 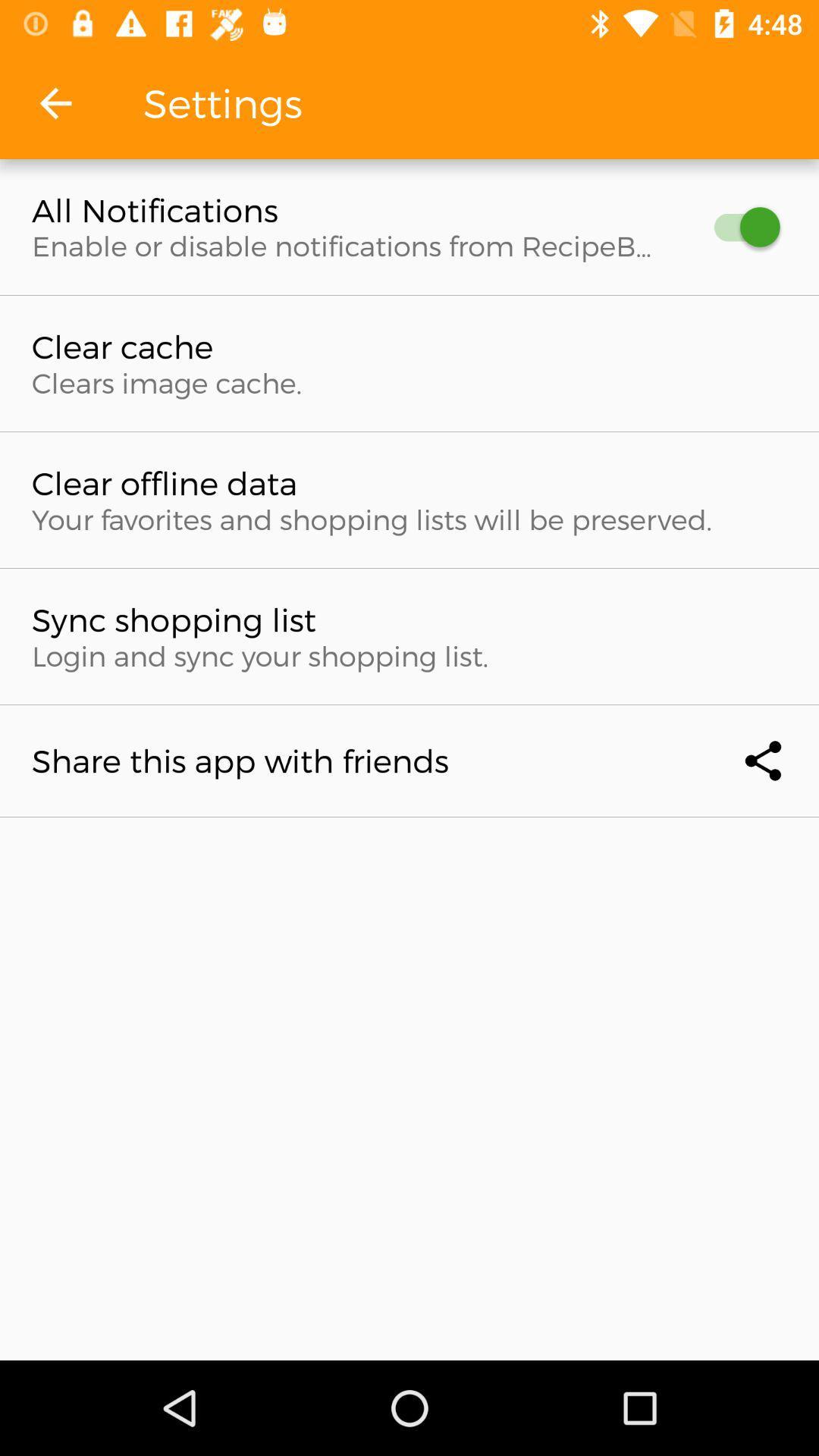 I want to click on button to receive all notifications, so click(x=739, y=226).